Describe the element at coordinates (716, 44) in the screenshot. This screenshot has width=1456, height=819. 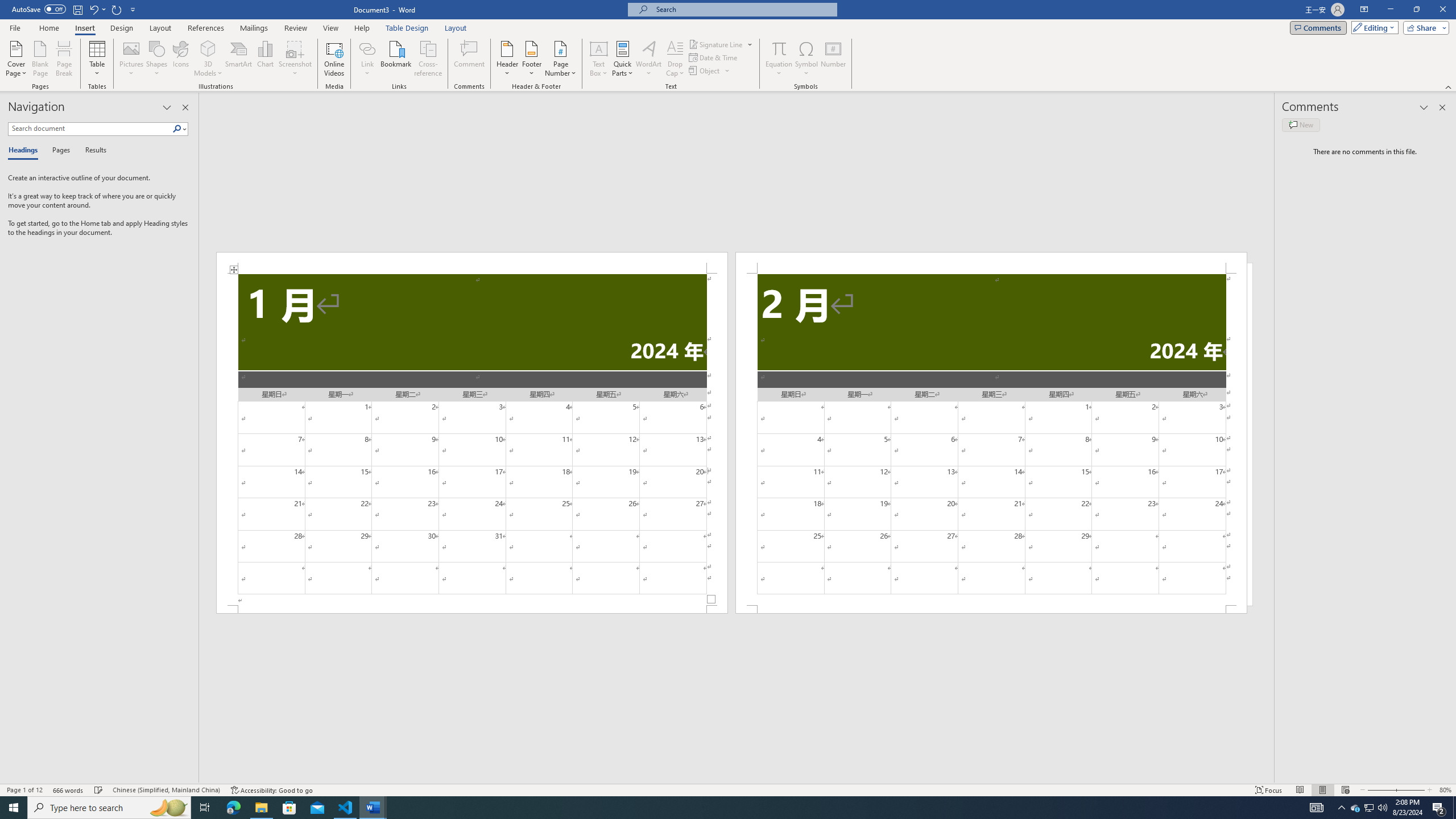
I see `'Signature Line'` at that location.